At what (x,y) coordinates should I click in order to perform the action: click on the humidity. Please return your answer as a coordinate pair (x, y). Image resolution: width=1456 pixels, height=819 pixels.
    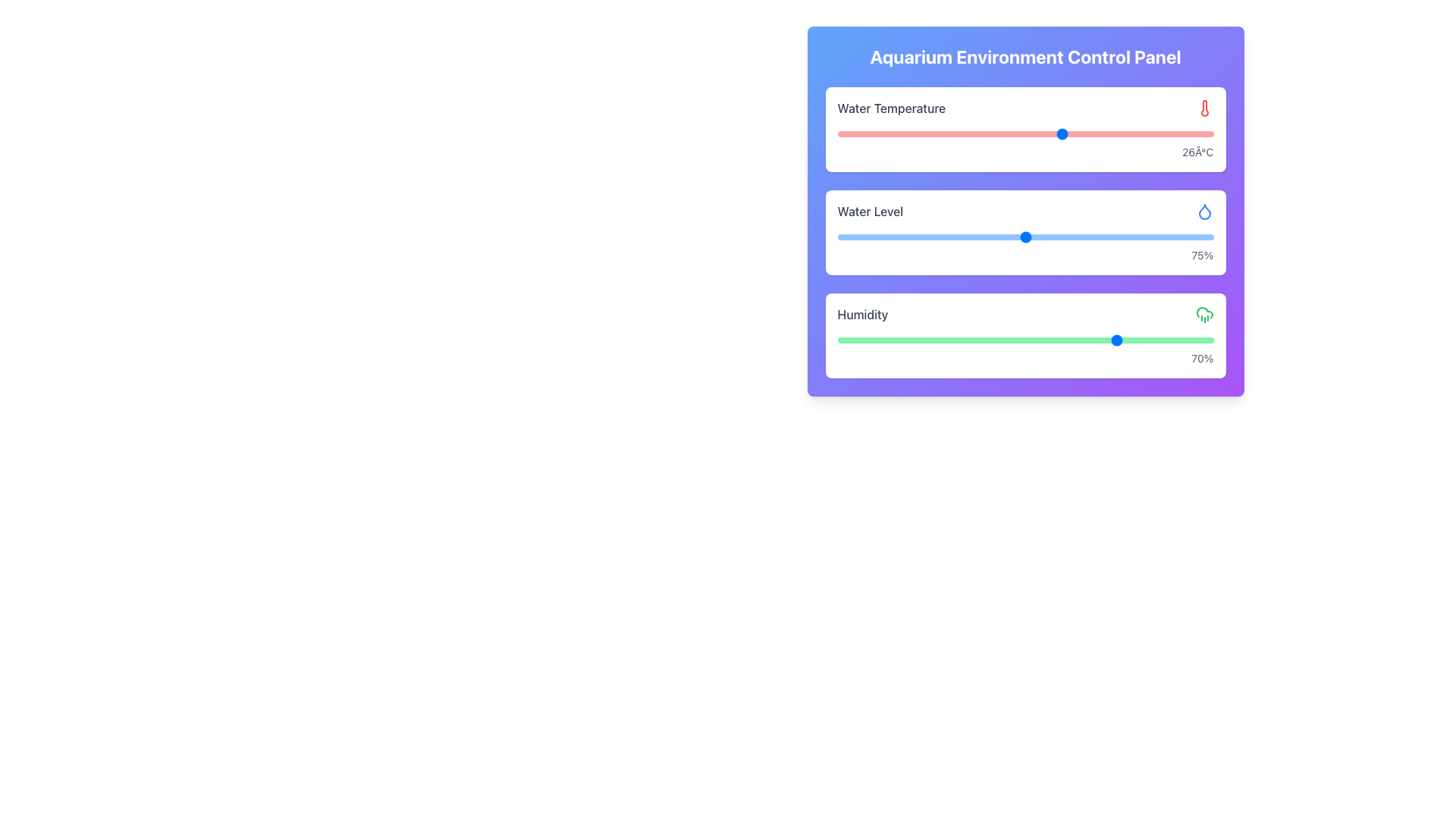
    Looking at the image, I should click on (875, 339).